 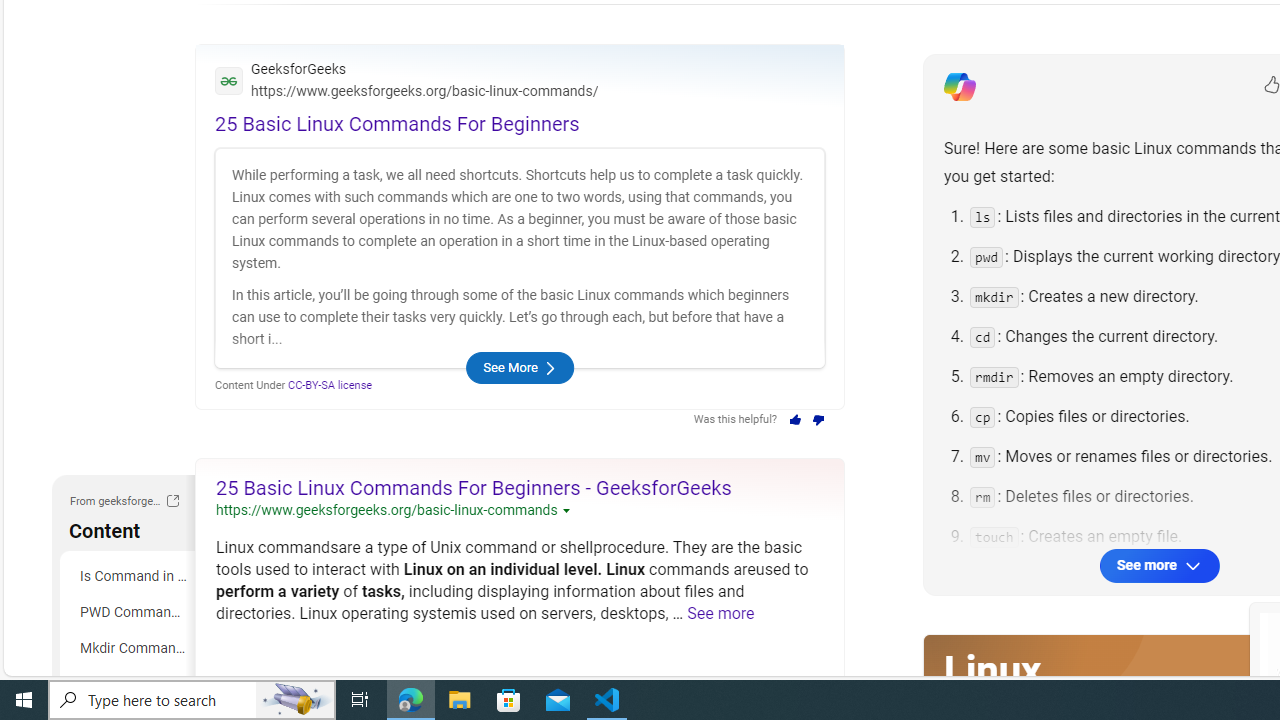 I want to click on '25 Basic Linux Commands For Beginners', so click(x=397, y=124).